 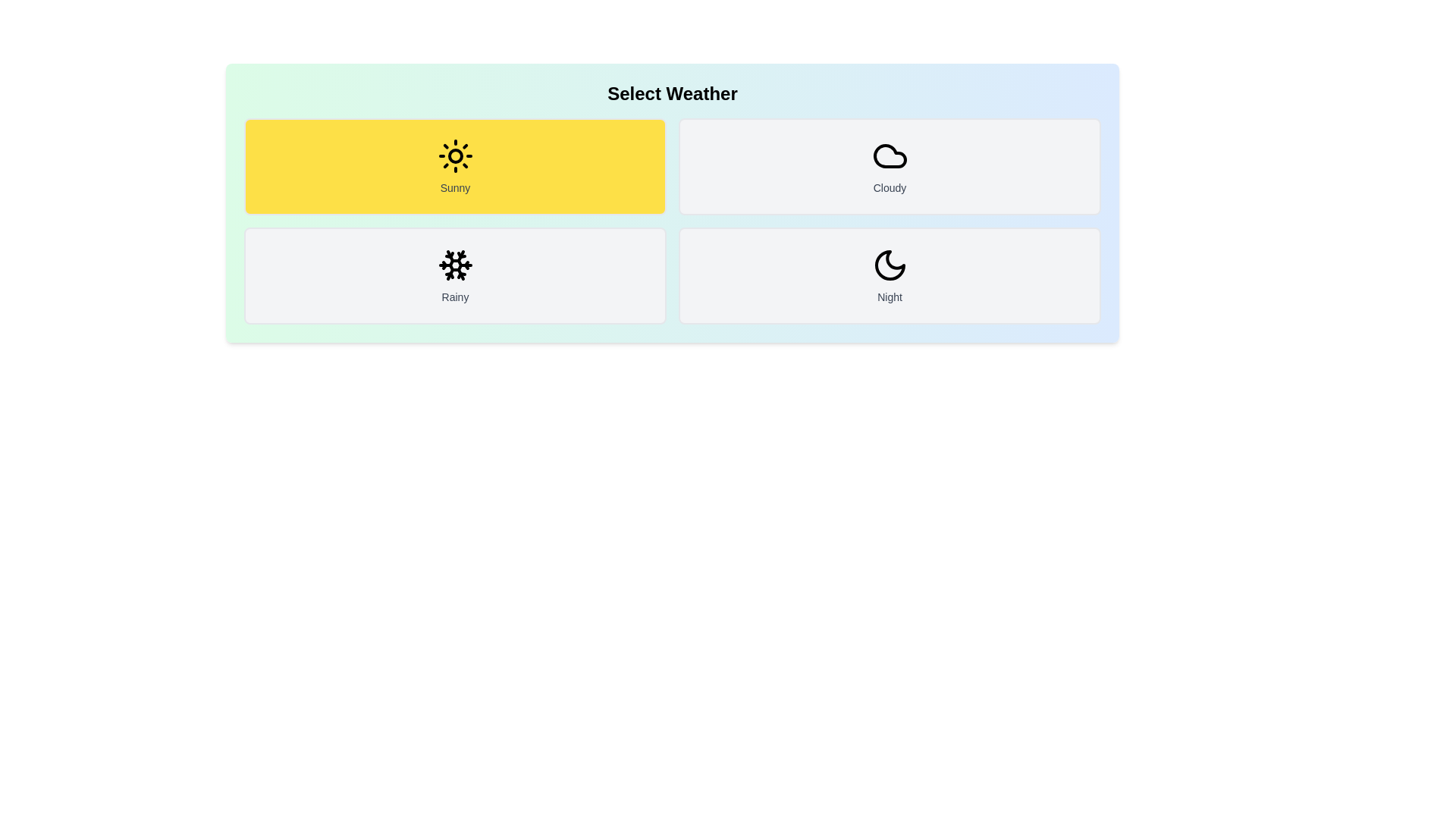 What do you see at coordinates (454, 275) in the screenshot?
I see `the weather button labeled Rainy to observe its visual feedback` at bounding box center [454, 275].